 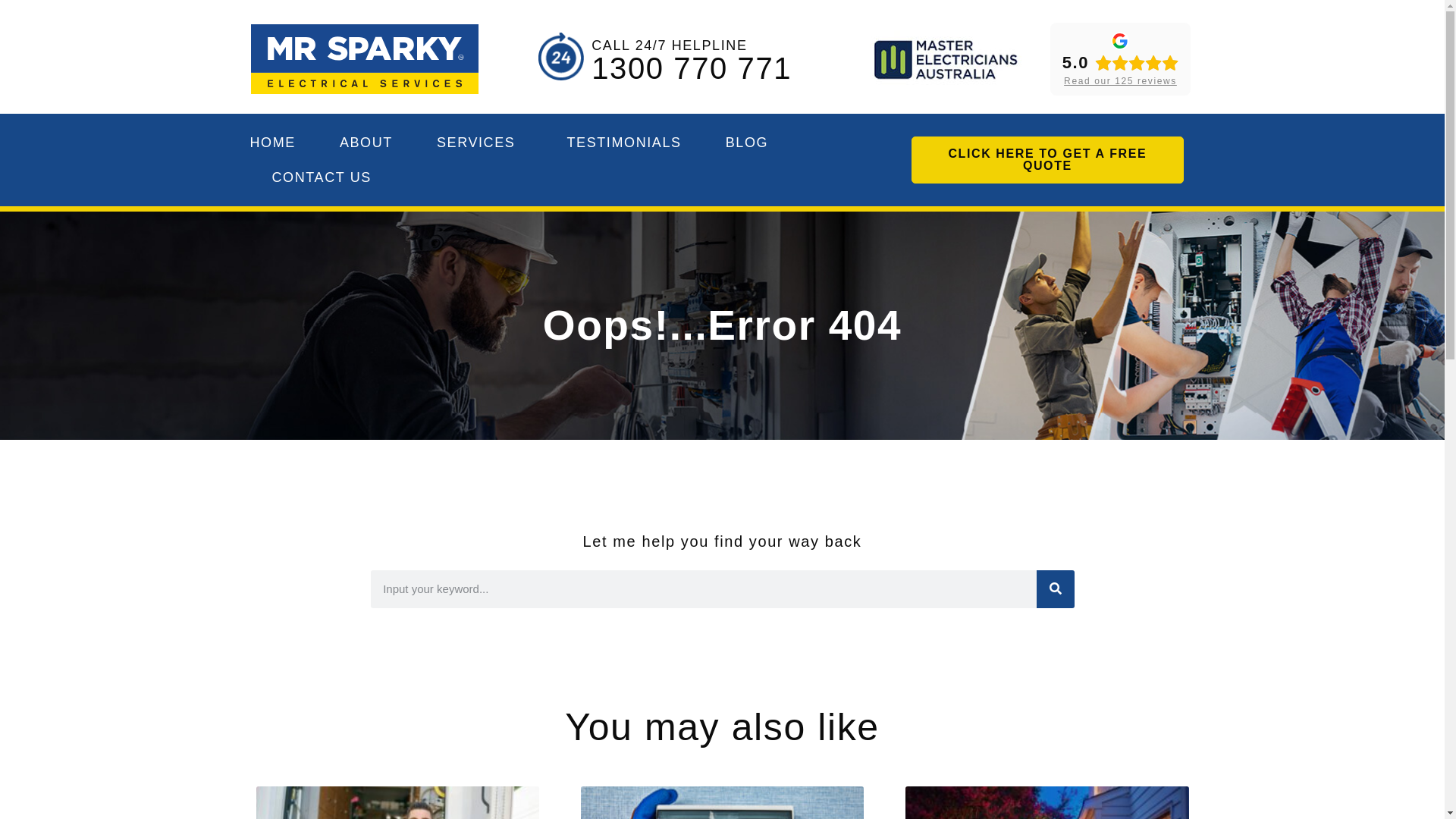 I want to click on 'SERVICES', so click(x=479, y=143).